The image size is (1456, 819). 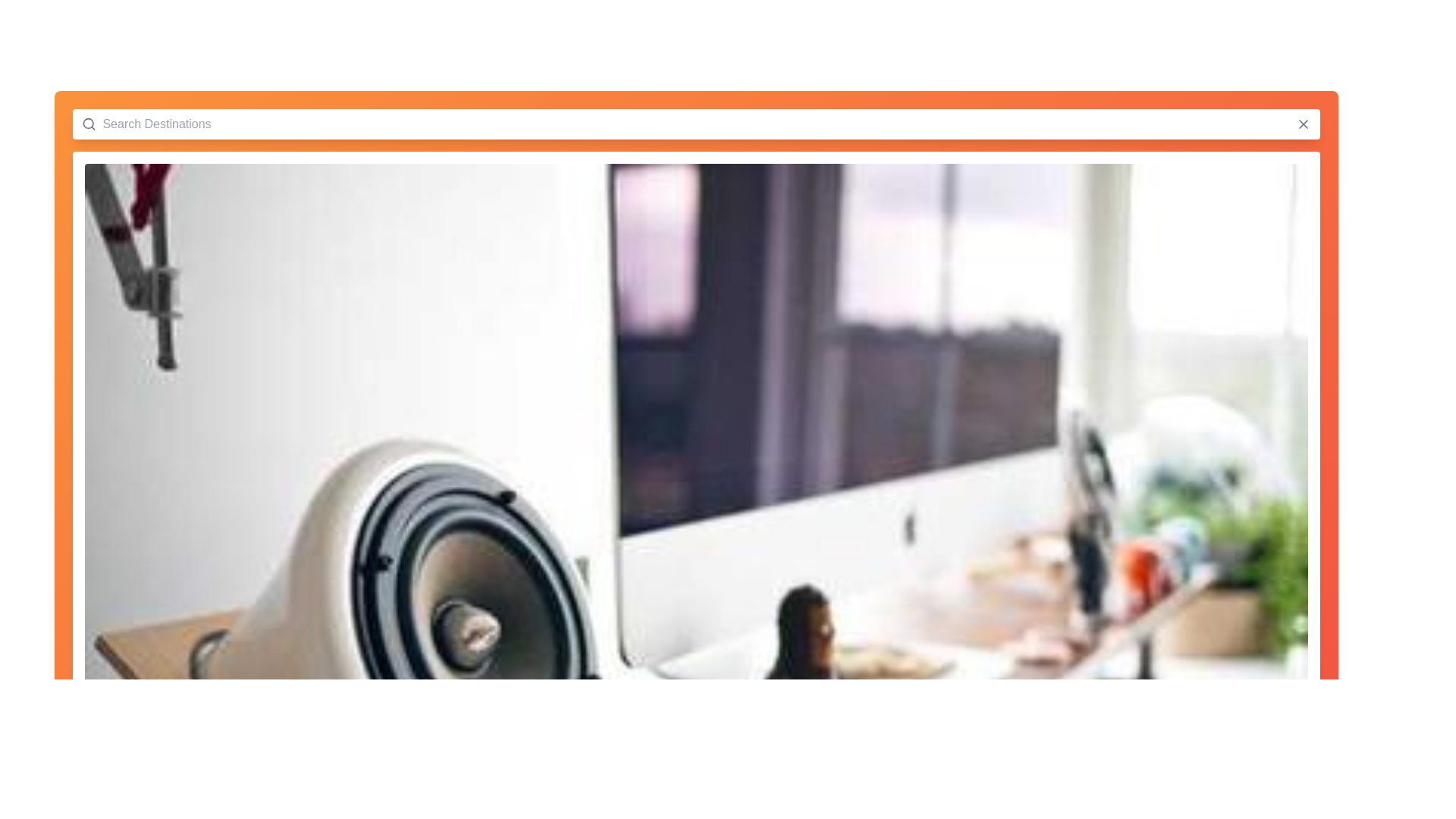 I want to click on the 'X' shaped close button located in the upper-right corner of the header bar, so click(x=1302, y=124).